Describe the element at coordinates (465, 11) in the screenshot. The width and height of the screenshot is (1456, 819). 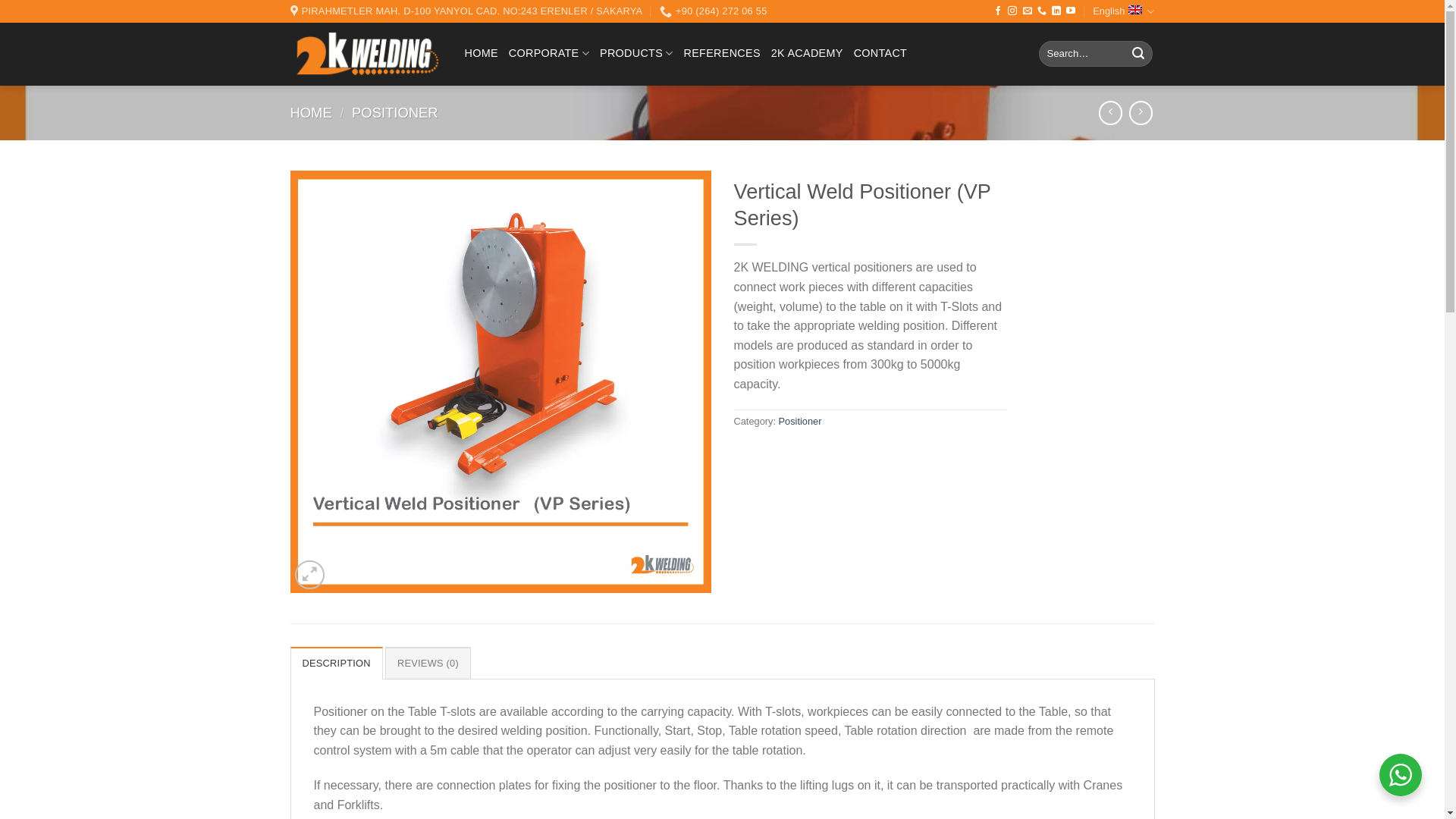
I see `'PIRAHMETLER MAH. D-100 YANYOL CAD. NO:243 ERENLER / SAKARYA'` at that location.